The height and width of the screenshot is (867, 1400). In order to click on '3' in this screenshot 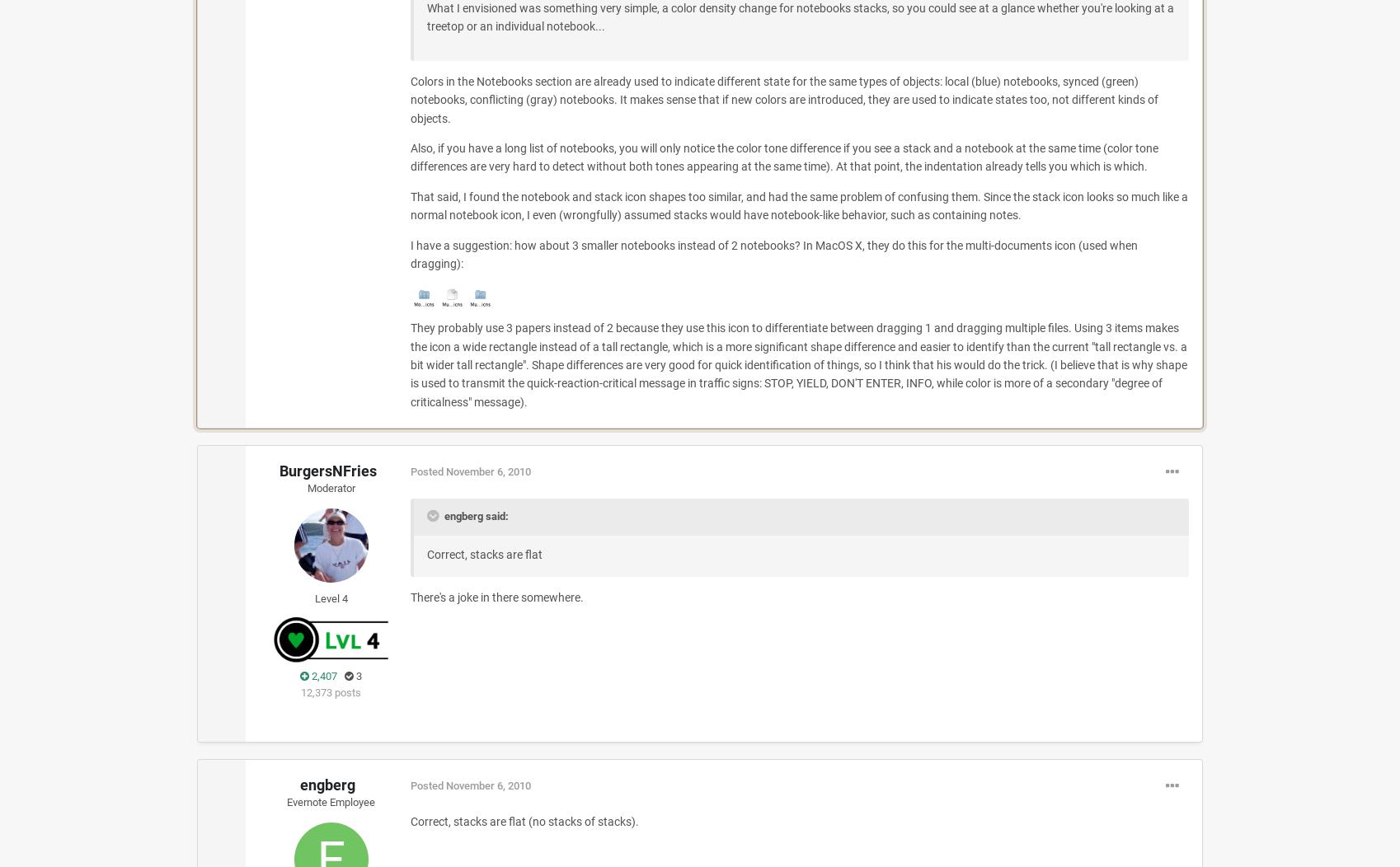, I will do `click(357, 676)`.